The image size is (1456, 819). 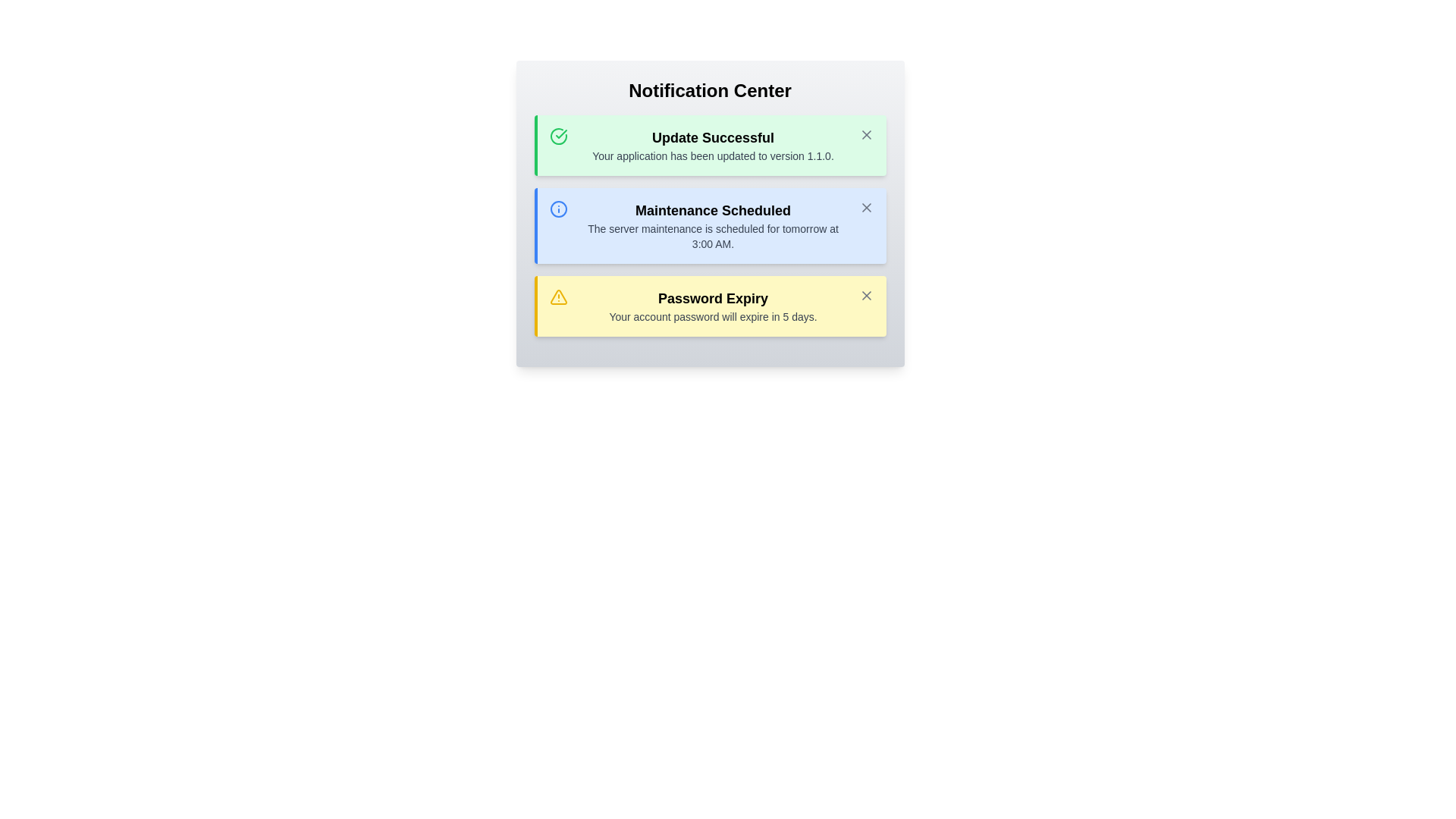 I want to click on the circular blue outlined icon with a small dot at the top, located in the second notification card of the Notification Center, so click(x=557, y=209).